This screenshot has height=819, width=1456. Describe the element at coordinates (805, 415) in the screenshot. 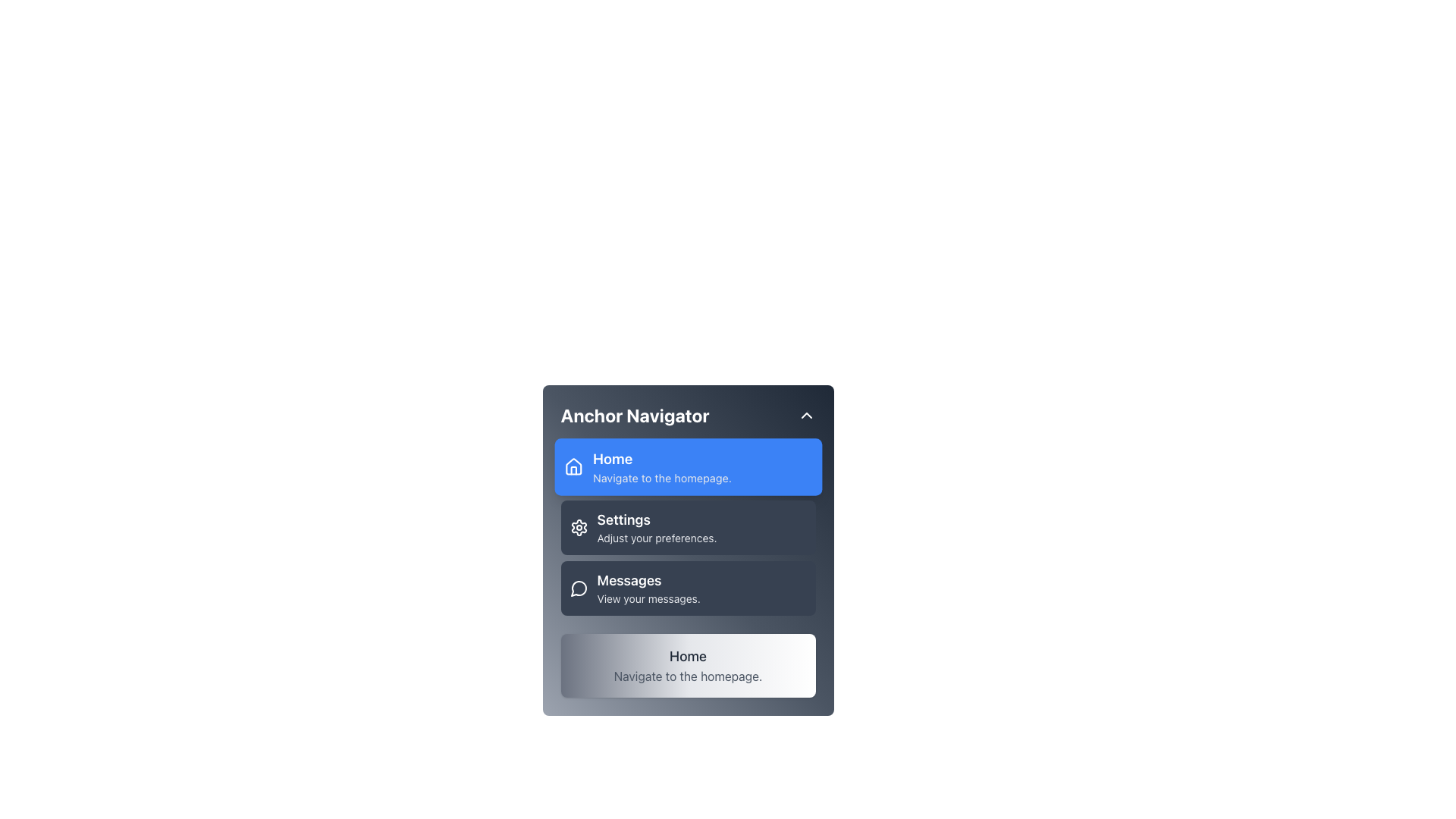

I see `the chevron arrow in the top-right corner of the 'Anchor Navigator' section` at that location.